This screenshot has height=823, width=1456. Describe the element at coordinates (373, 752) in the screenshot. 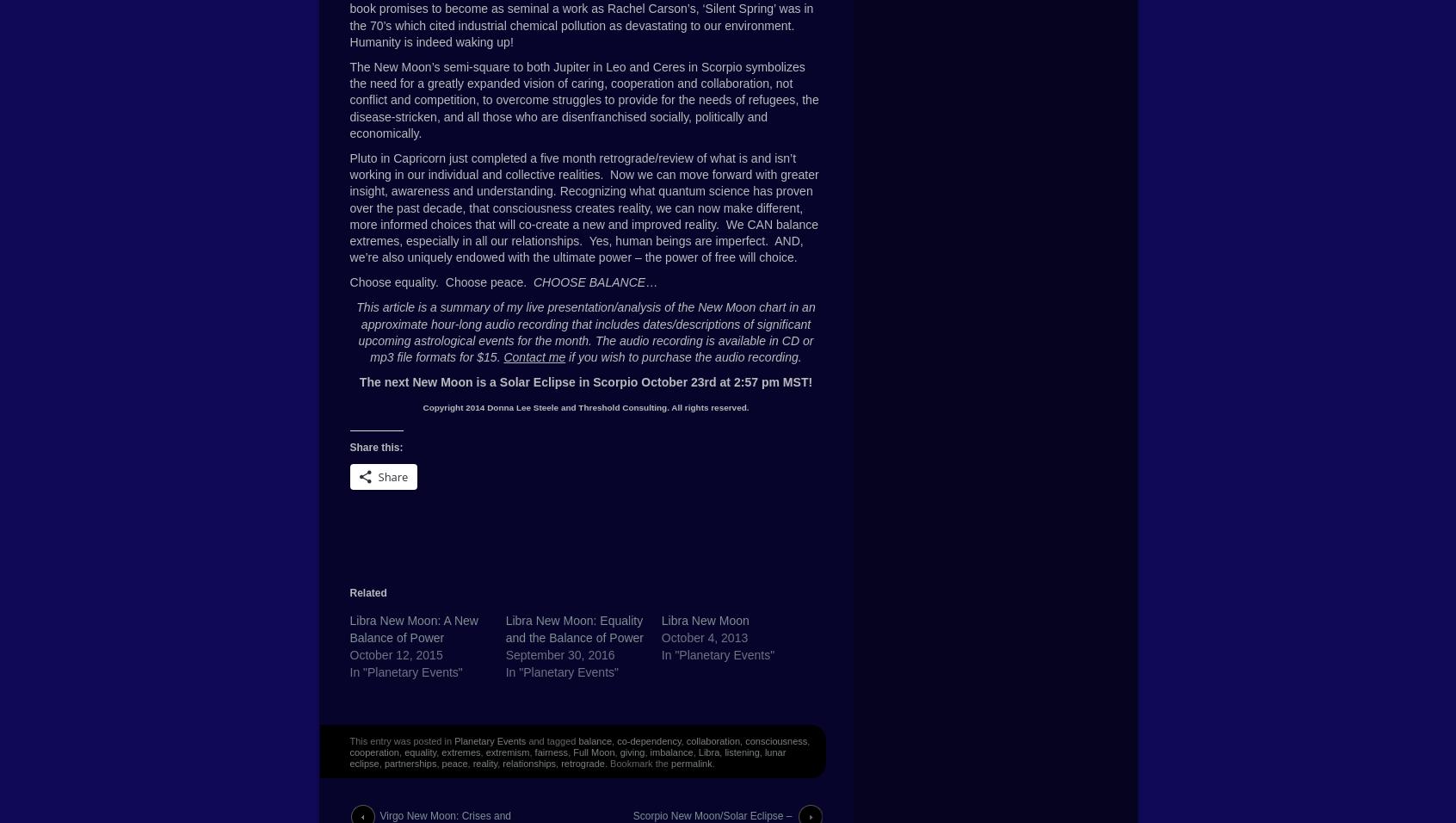

I see `'cooperation'` at that location.